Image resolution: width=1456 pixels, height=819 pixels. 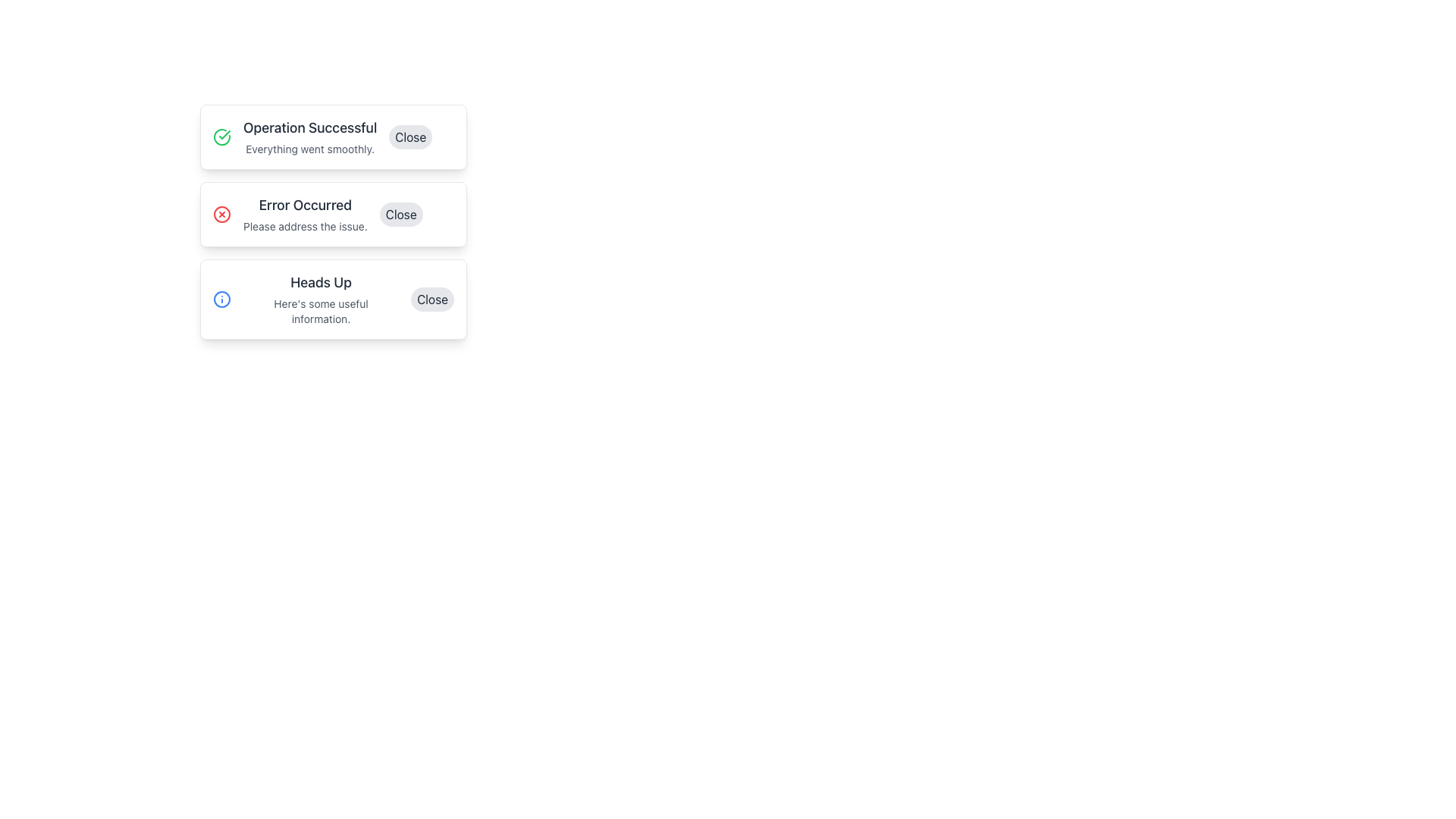 What do you see at coordinates (431, 299) in the screenshot?
I see `the closure button at the rightmost end of the 'Heads Up' notification card to observe the color change` at bounding box center [431, 299].